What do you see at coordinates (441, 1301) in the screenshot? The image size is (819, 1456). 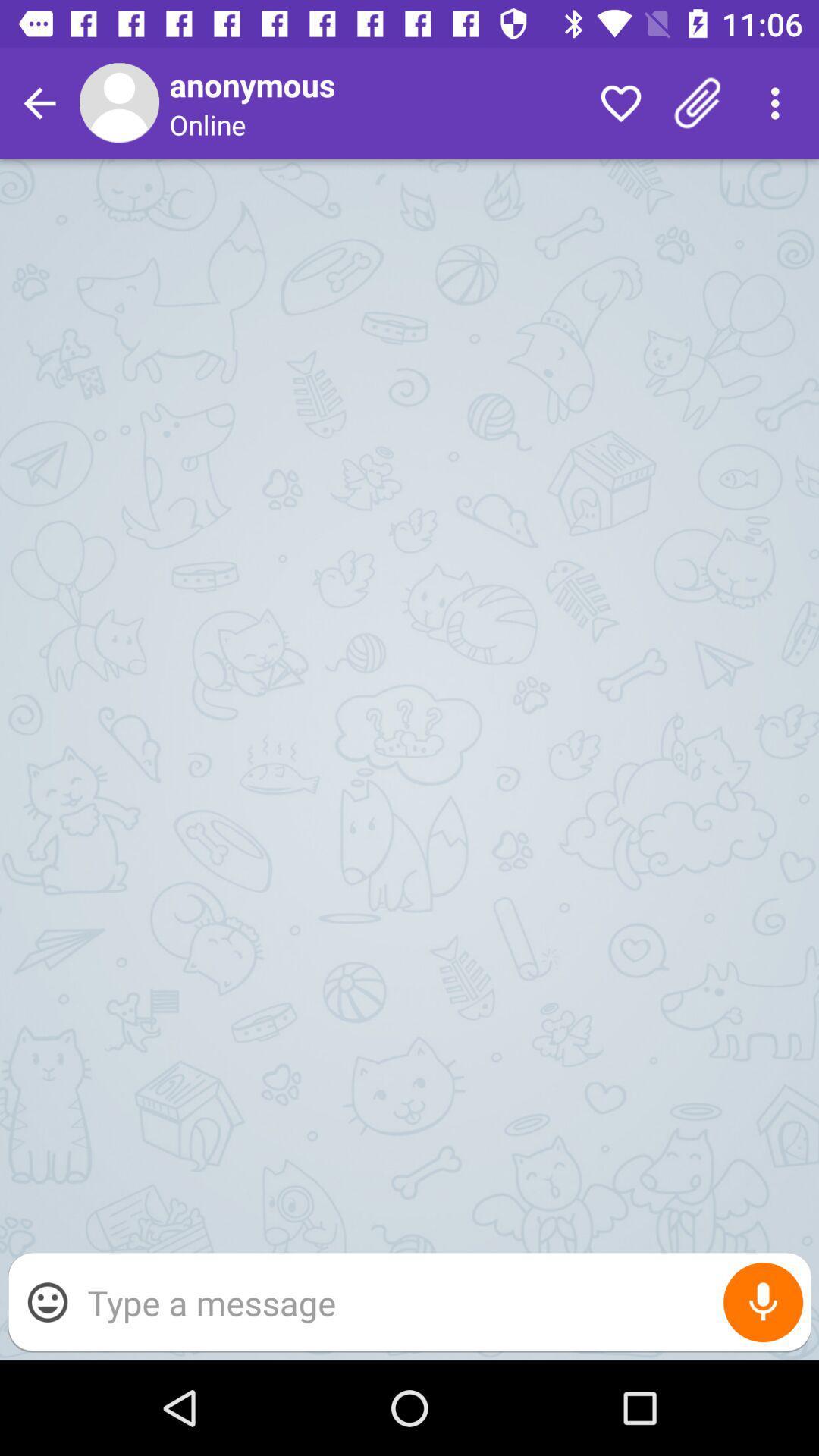 I see `start chat` at bounding box center [441, 1301].